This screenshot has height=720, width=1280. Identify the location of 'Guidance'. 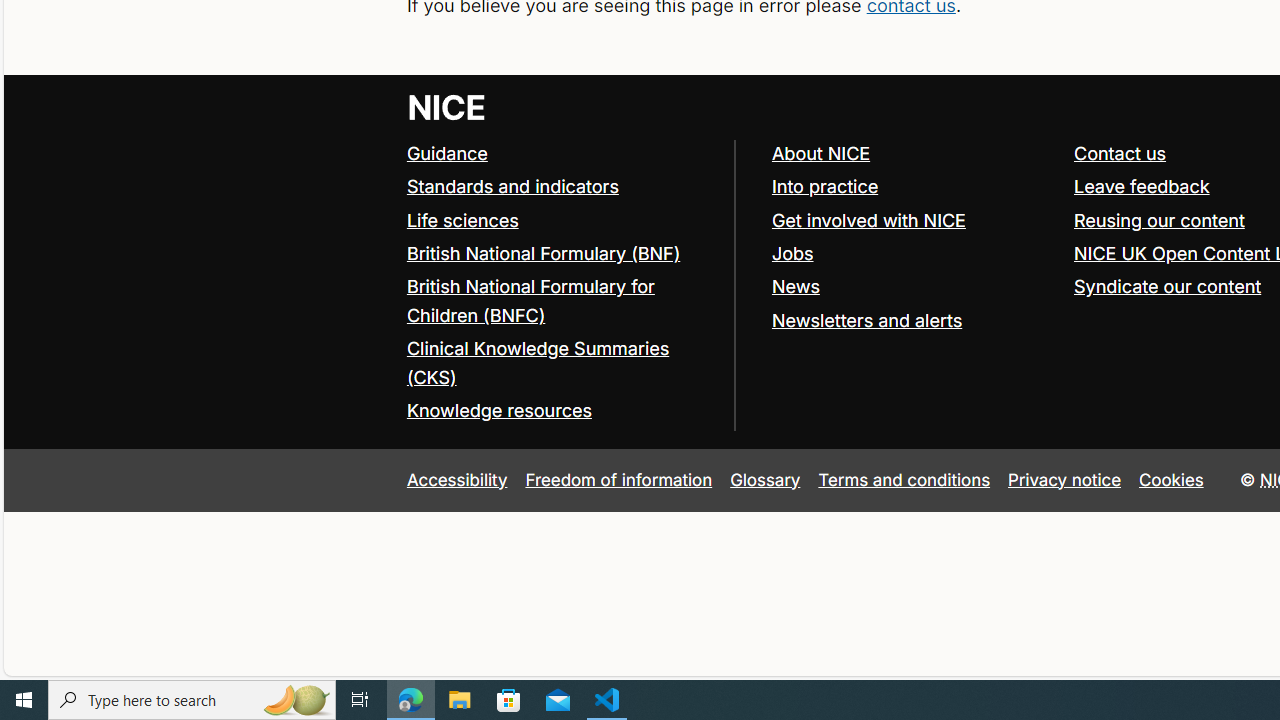
(445, 152).